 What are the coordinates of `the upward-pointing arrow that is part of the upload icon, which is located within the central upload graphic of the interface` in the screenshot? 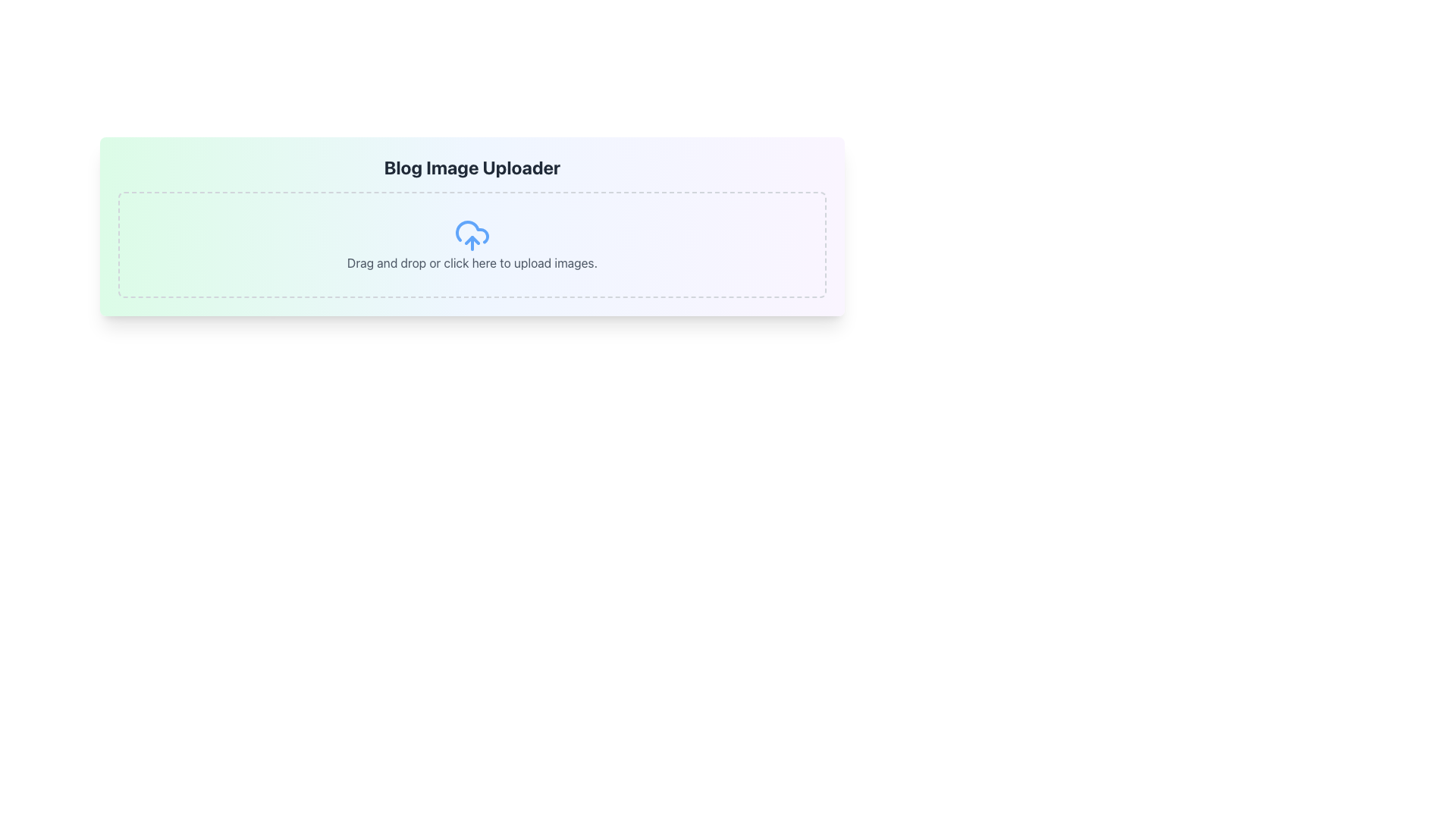 It's located at (472, 239).